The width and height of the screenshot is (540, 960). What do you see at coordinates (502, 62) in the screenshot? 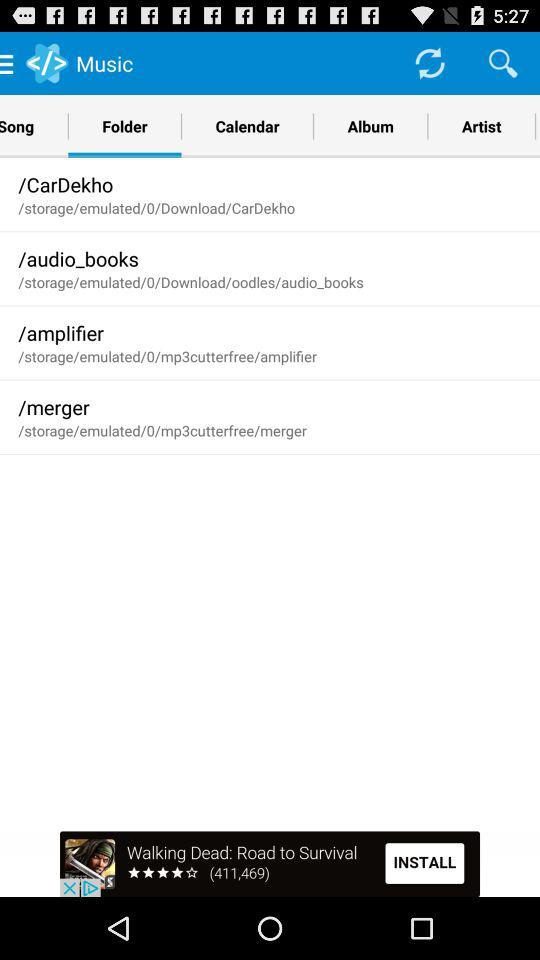
I see `search` at bounding box center [502, 62].